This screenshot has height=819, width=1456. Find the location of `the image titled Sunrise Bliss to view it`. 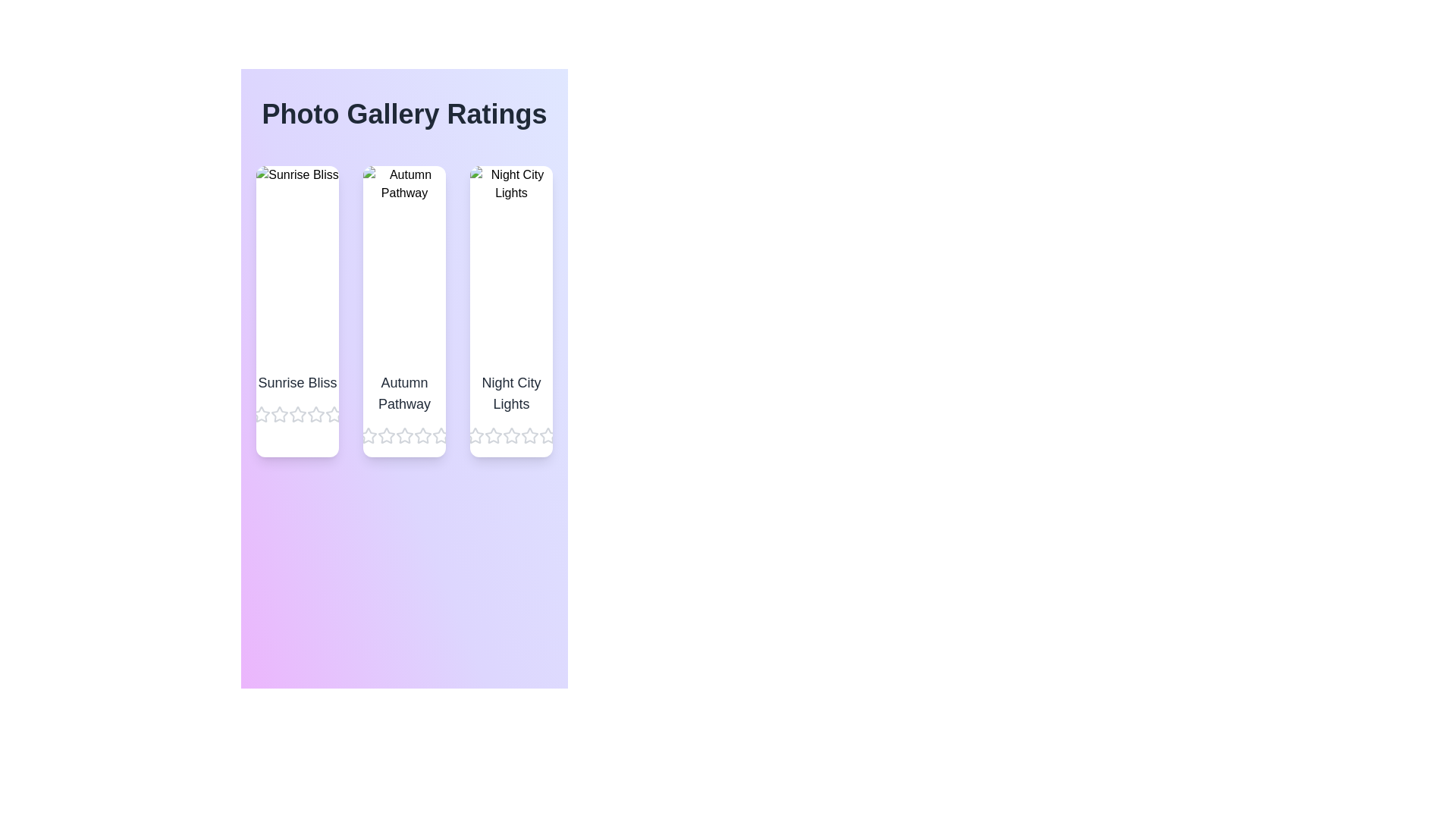

the image titled Sunrise Bliss to view it is located at coordinates (297, 262).